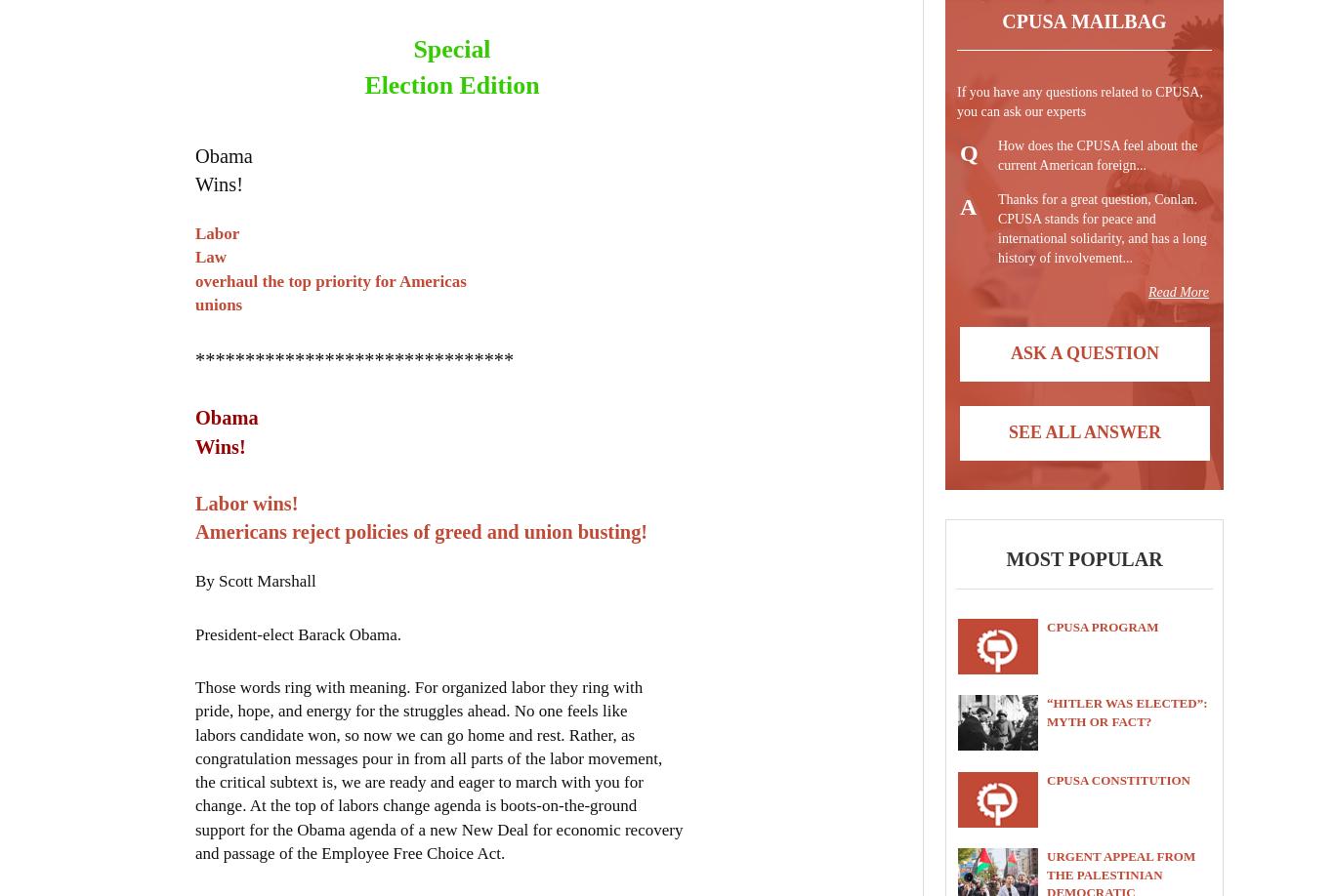 The image size is (1334, 896). I want to click on 'CPUSA Program', so click(1101, 626).